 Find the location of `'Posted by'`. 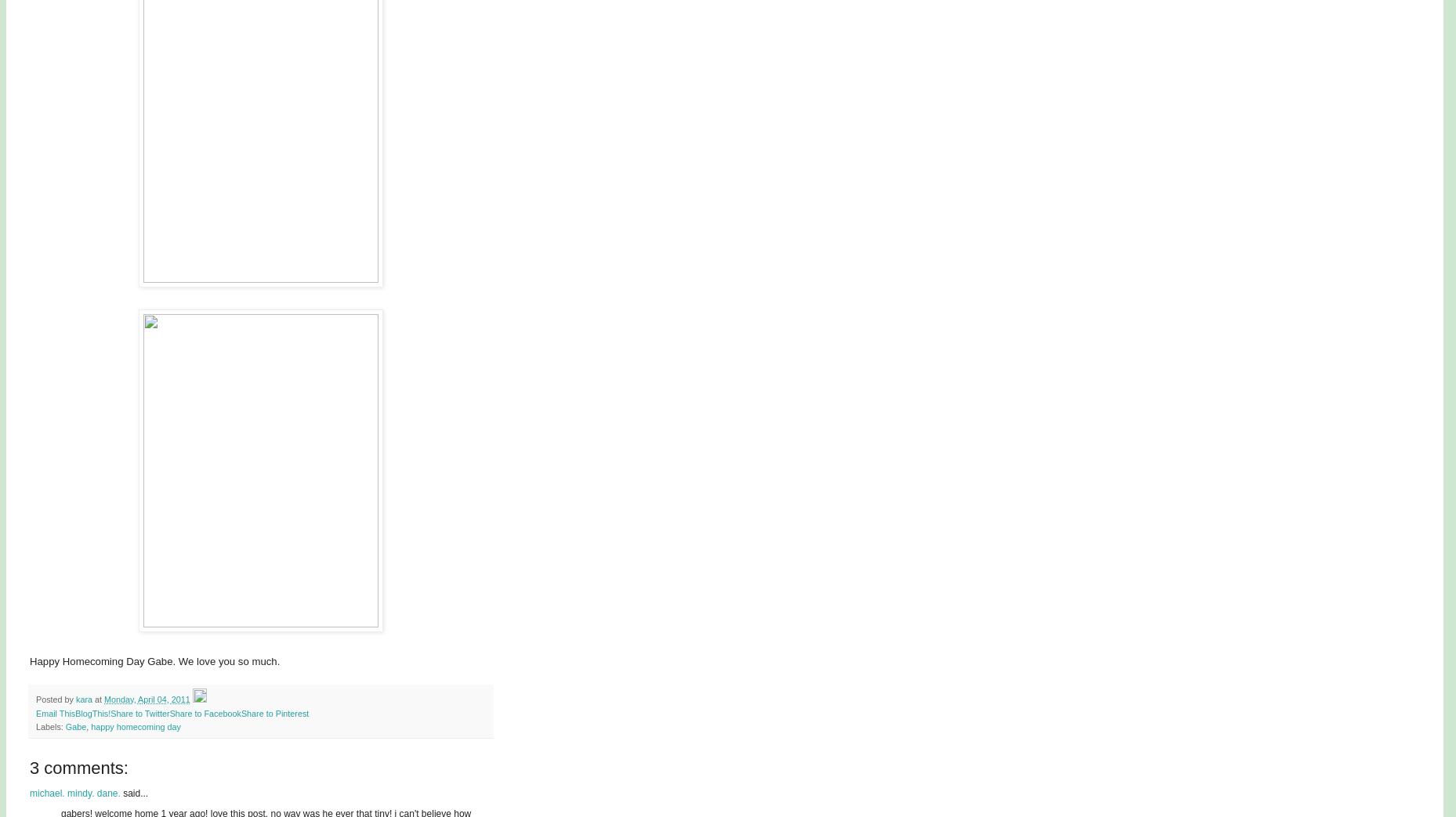

'Posted by' is located at coordinates (55, 700).